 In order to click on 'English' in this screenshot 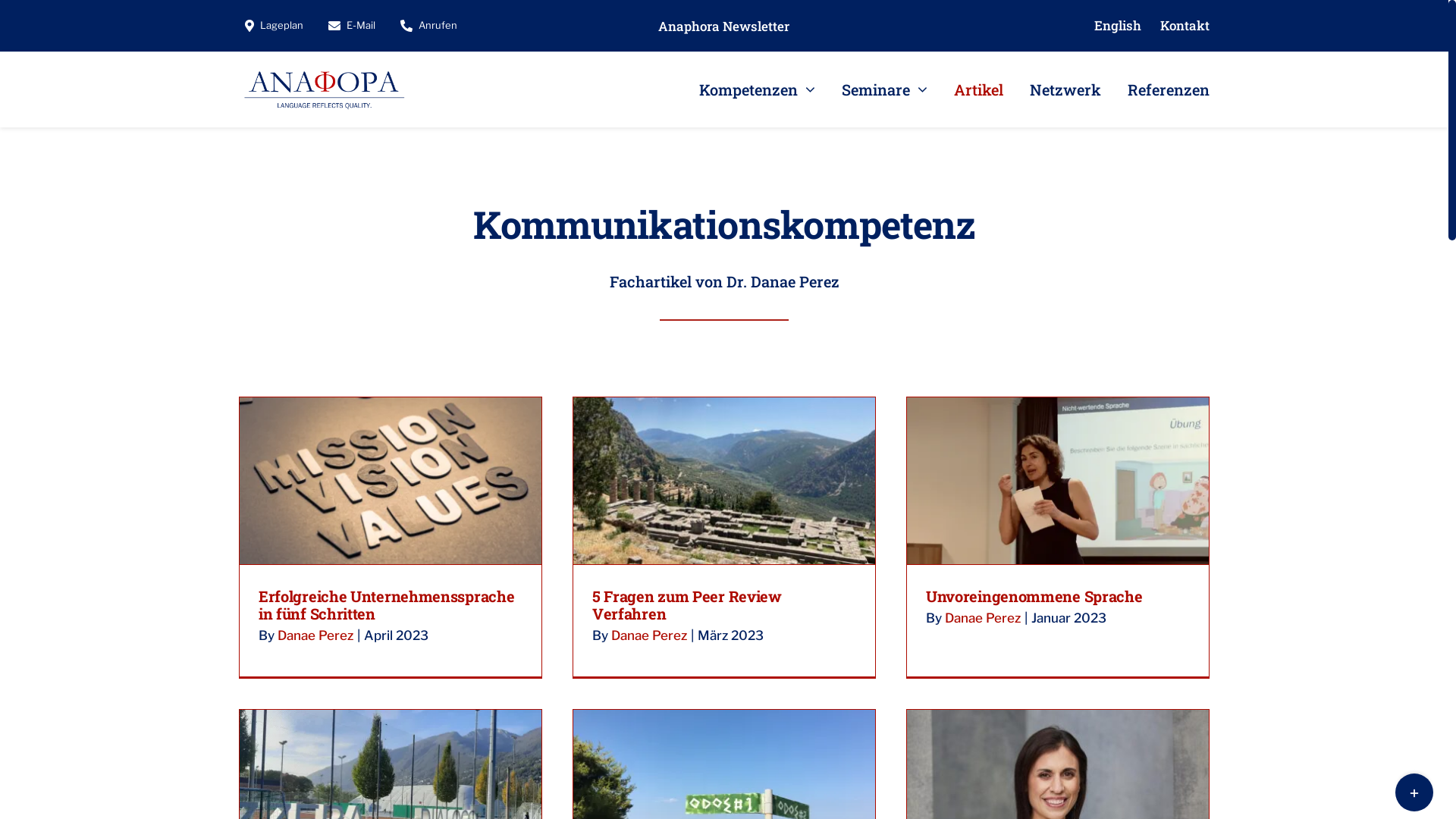, I will do `click(1094, 26)`.